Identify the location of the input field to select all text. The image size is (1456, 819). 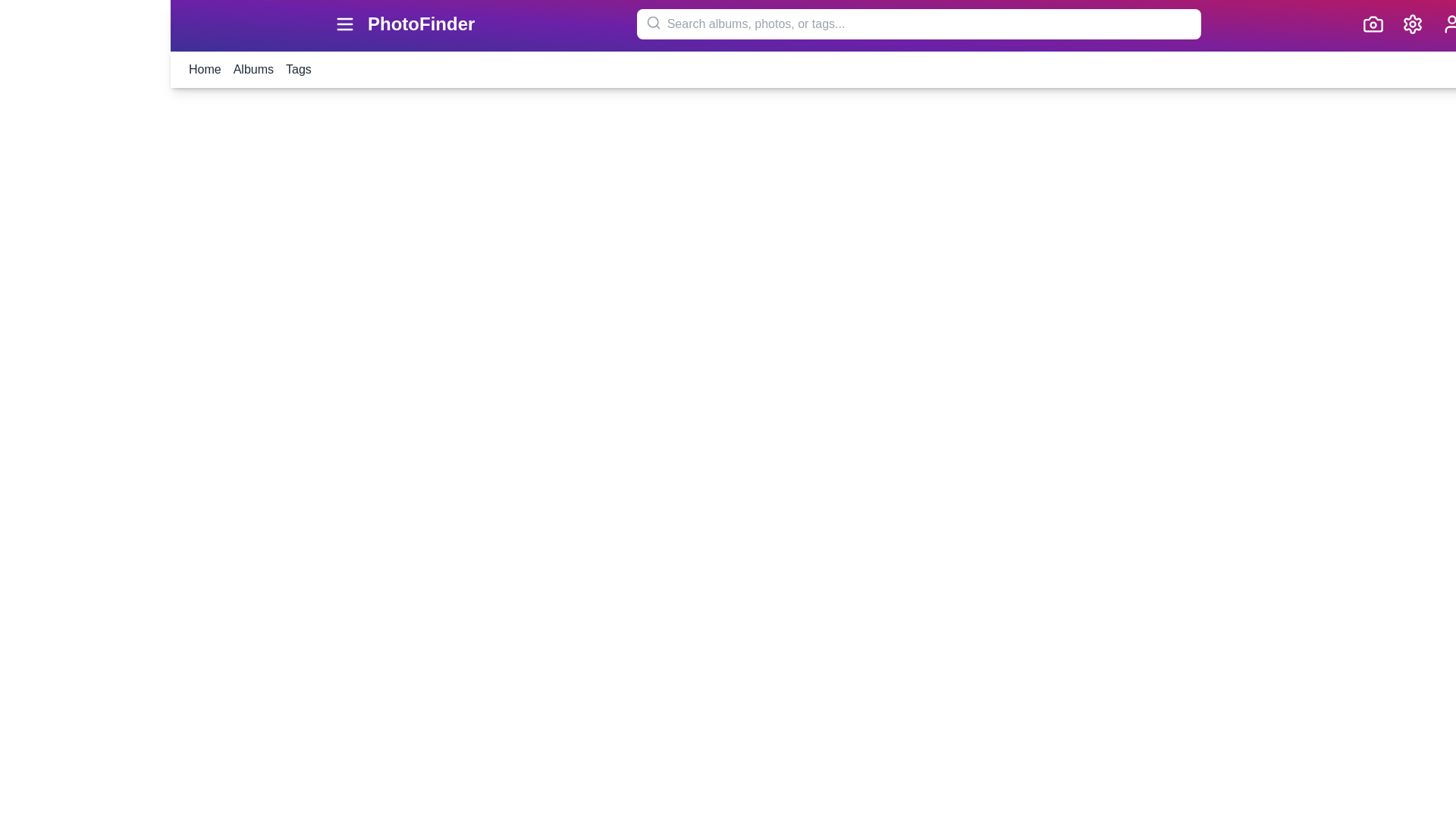
(918, 24).